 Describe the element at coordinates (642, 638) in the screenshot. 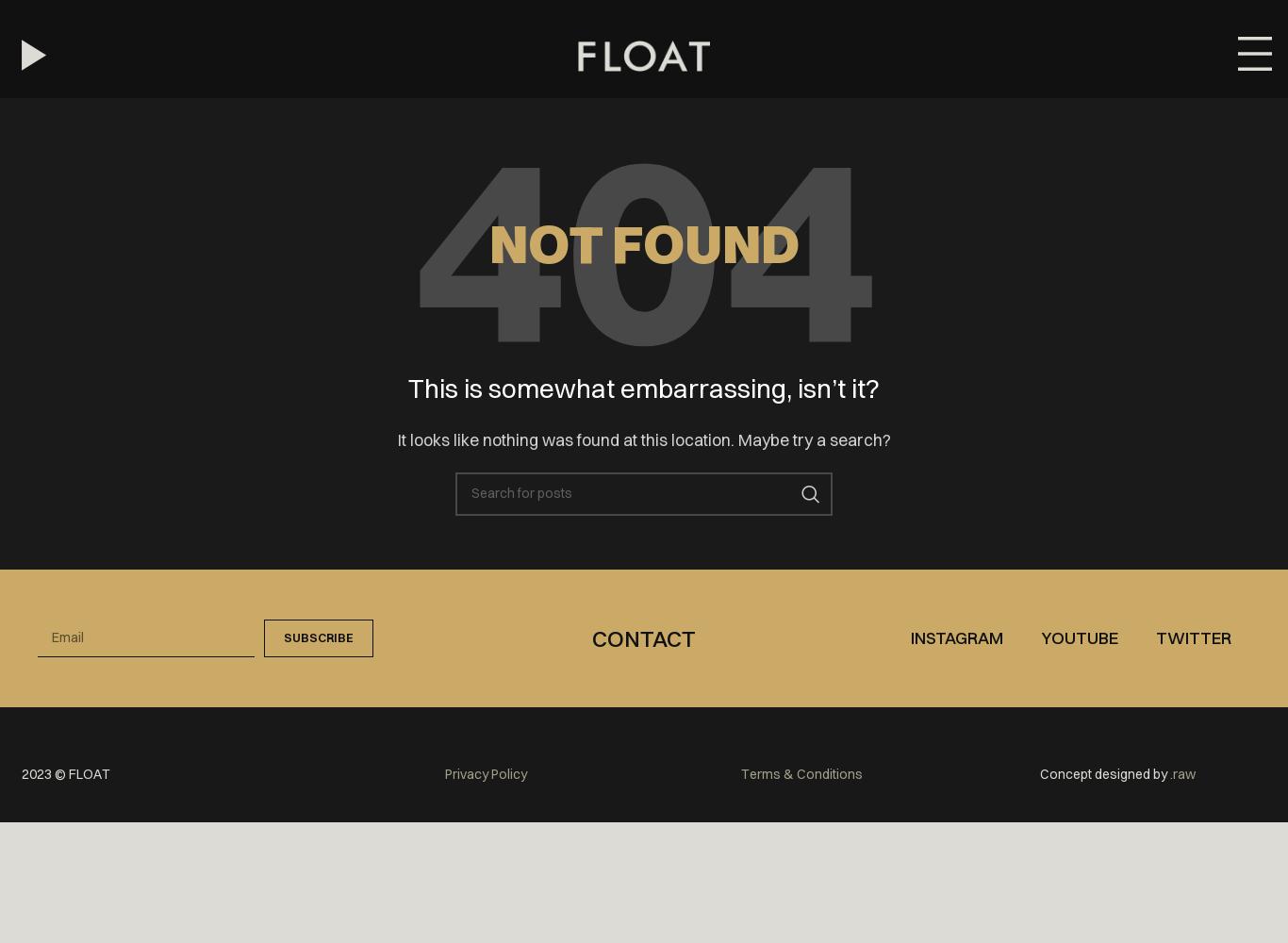

I see `'Contact'` at that location.